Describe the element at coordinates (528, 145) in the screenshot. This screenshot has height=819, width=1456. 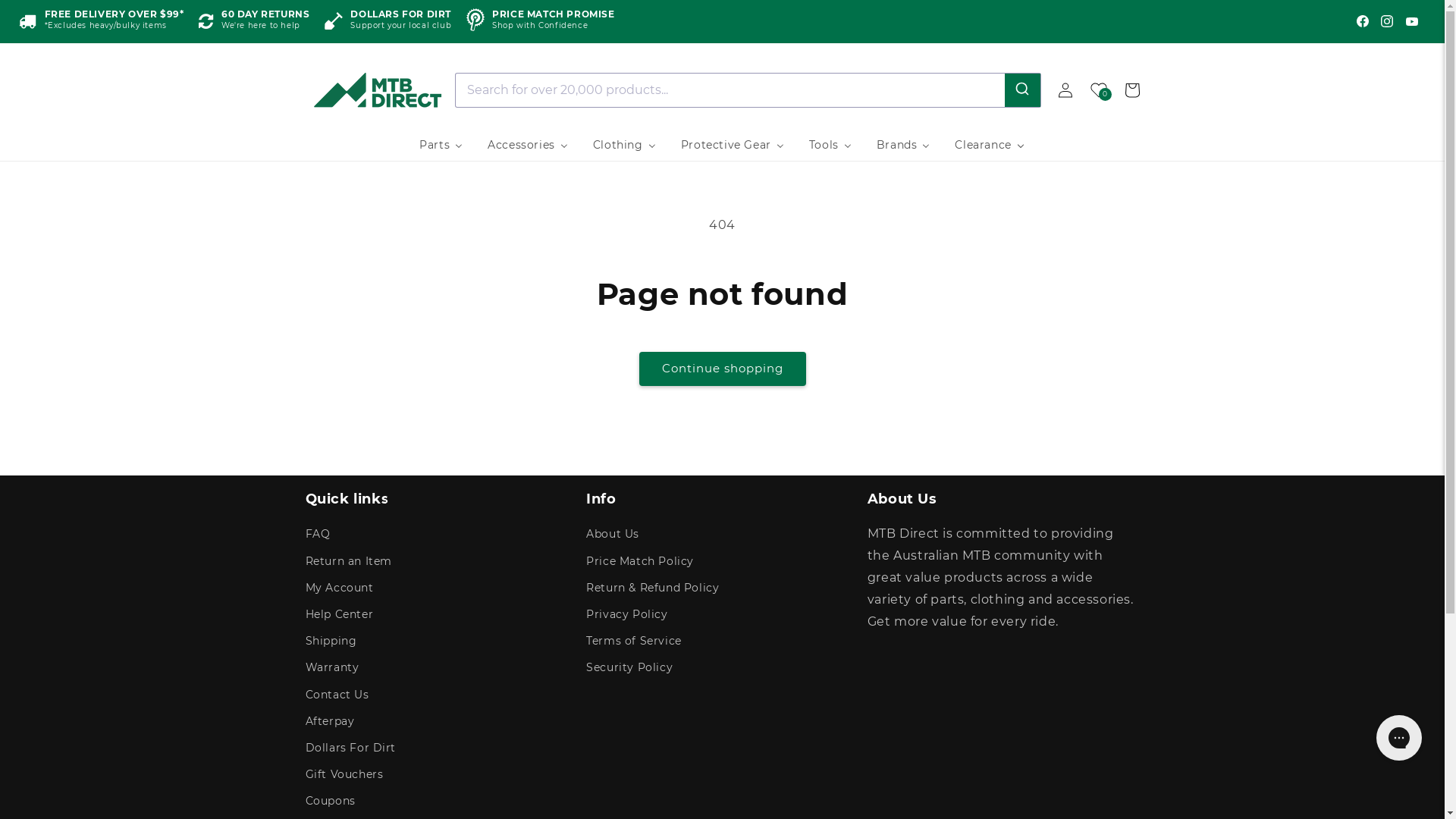
I see `'Accessories'` at that location.